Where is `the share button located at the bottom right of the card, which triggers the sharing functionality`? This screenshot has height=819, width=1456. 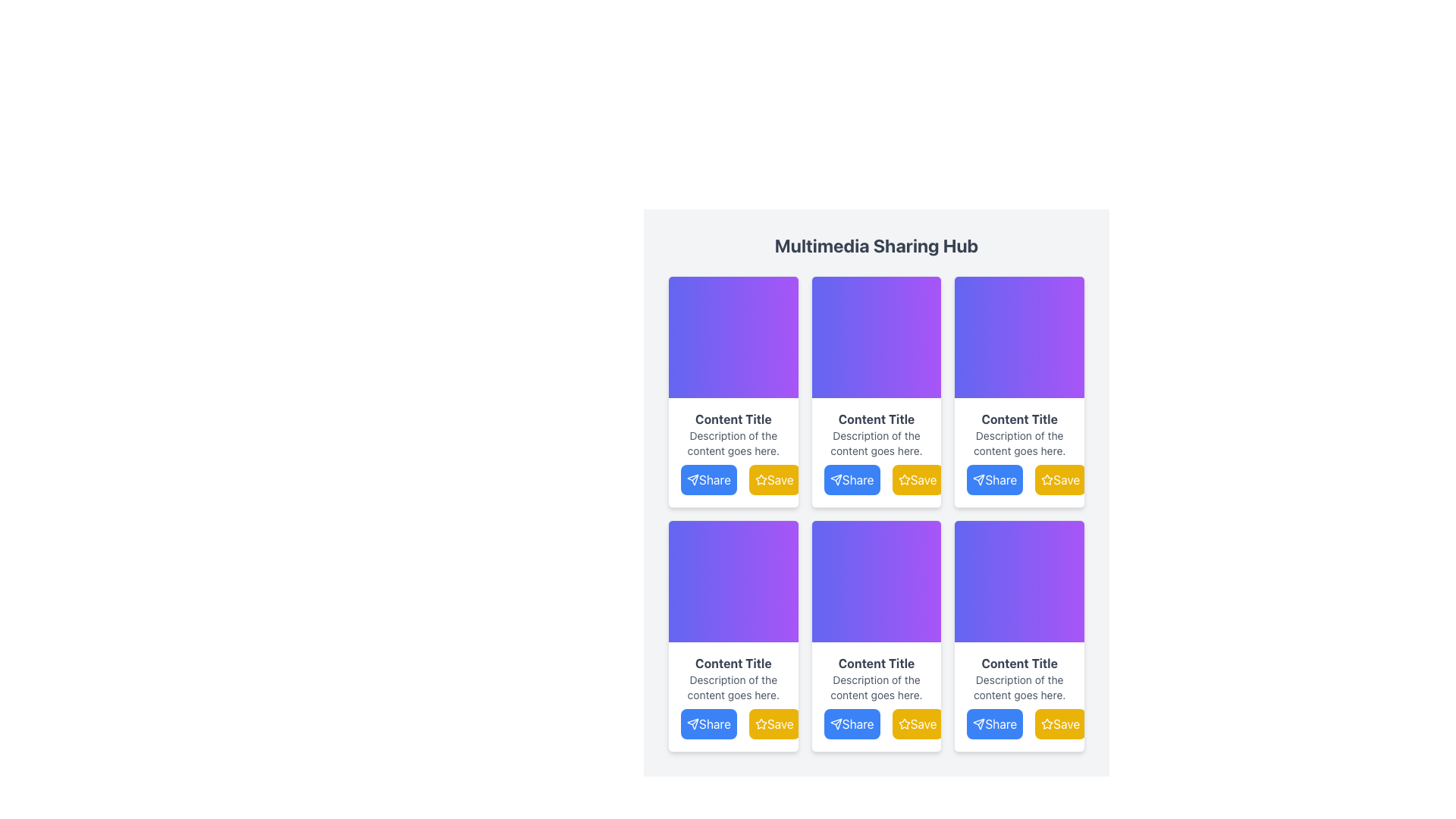 the share button located at the bottom right of the card, which triggers the sharing functionality is located at coordinates (1019, 723).